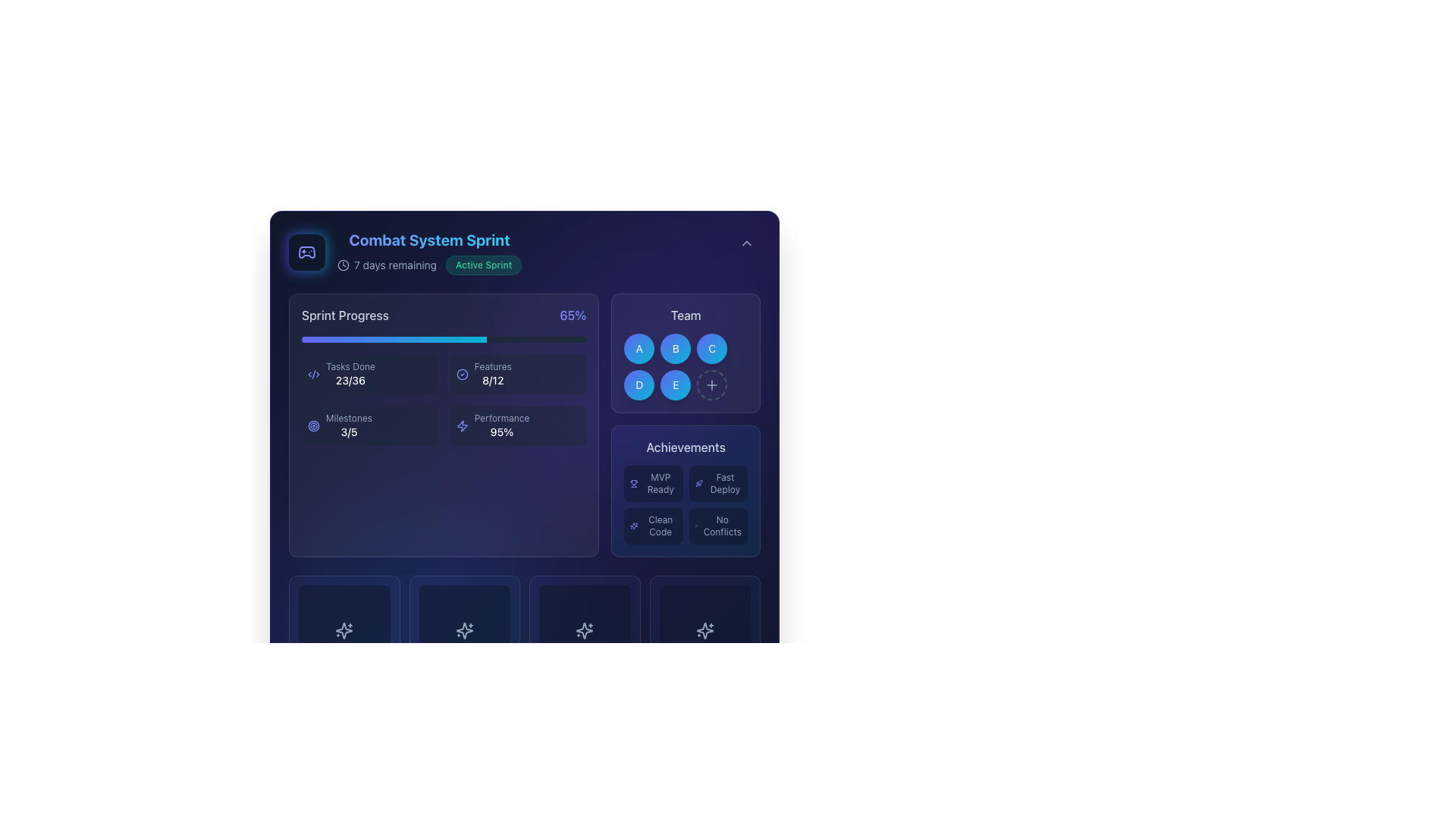 This screenshot has height=819, width=1456. I want to click on the Text Display element that shows 'Milestones' and '3/5' in the Sprint Progress section, located below the 'Tasks Done' metric, so click(348, 426).